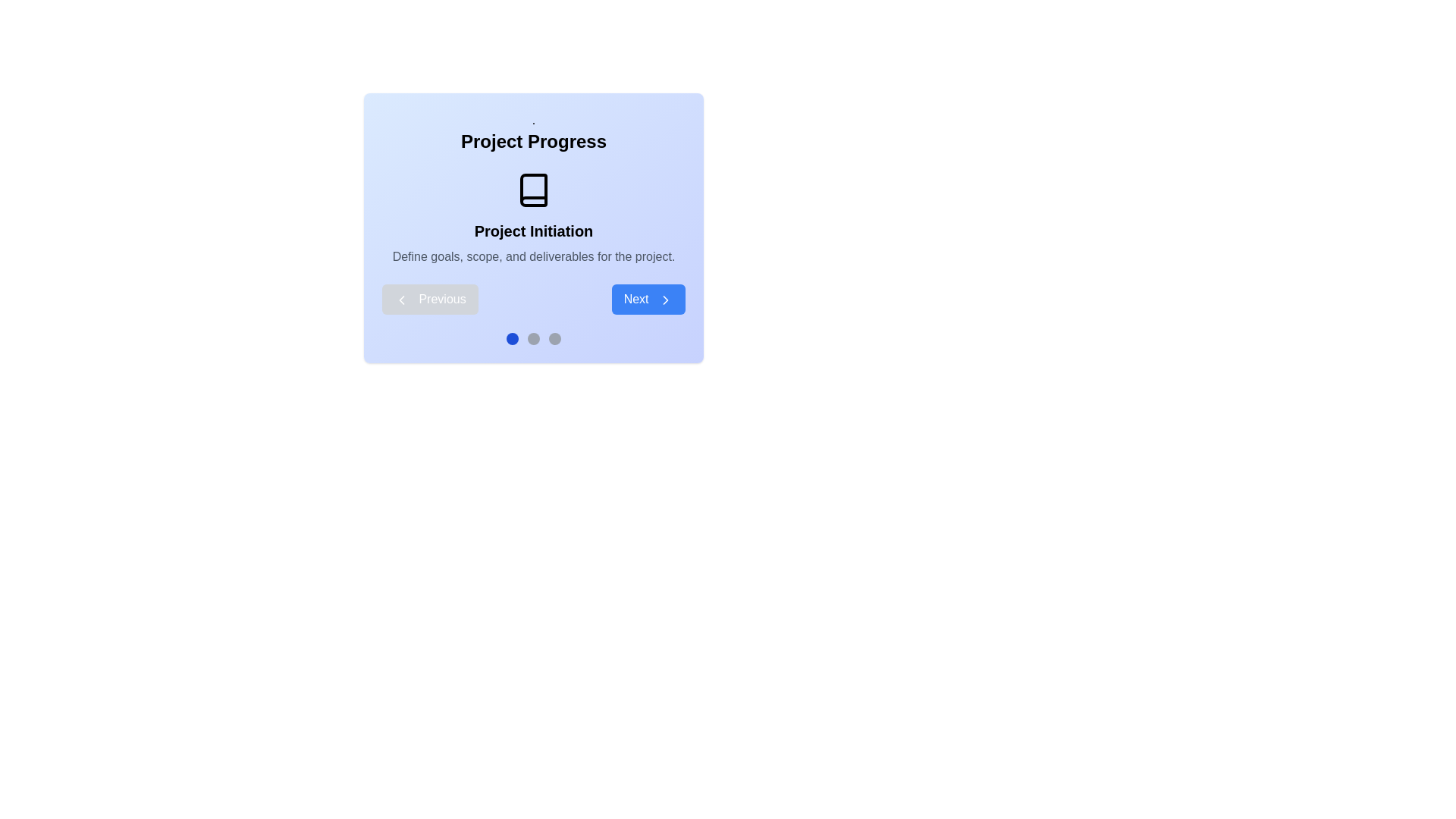 The width and height of the screenshot is (1456, 819). I want to click on the second circular progress indicator node in the stepper component, so click(534, 338).